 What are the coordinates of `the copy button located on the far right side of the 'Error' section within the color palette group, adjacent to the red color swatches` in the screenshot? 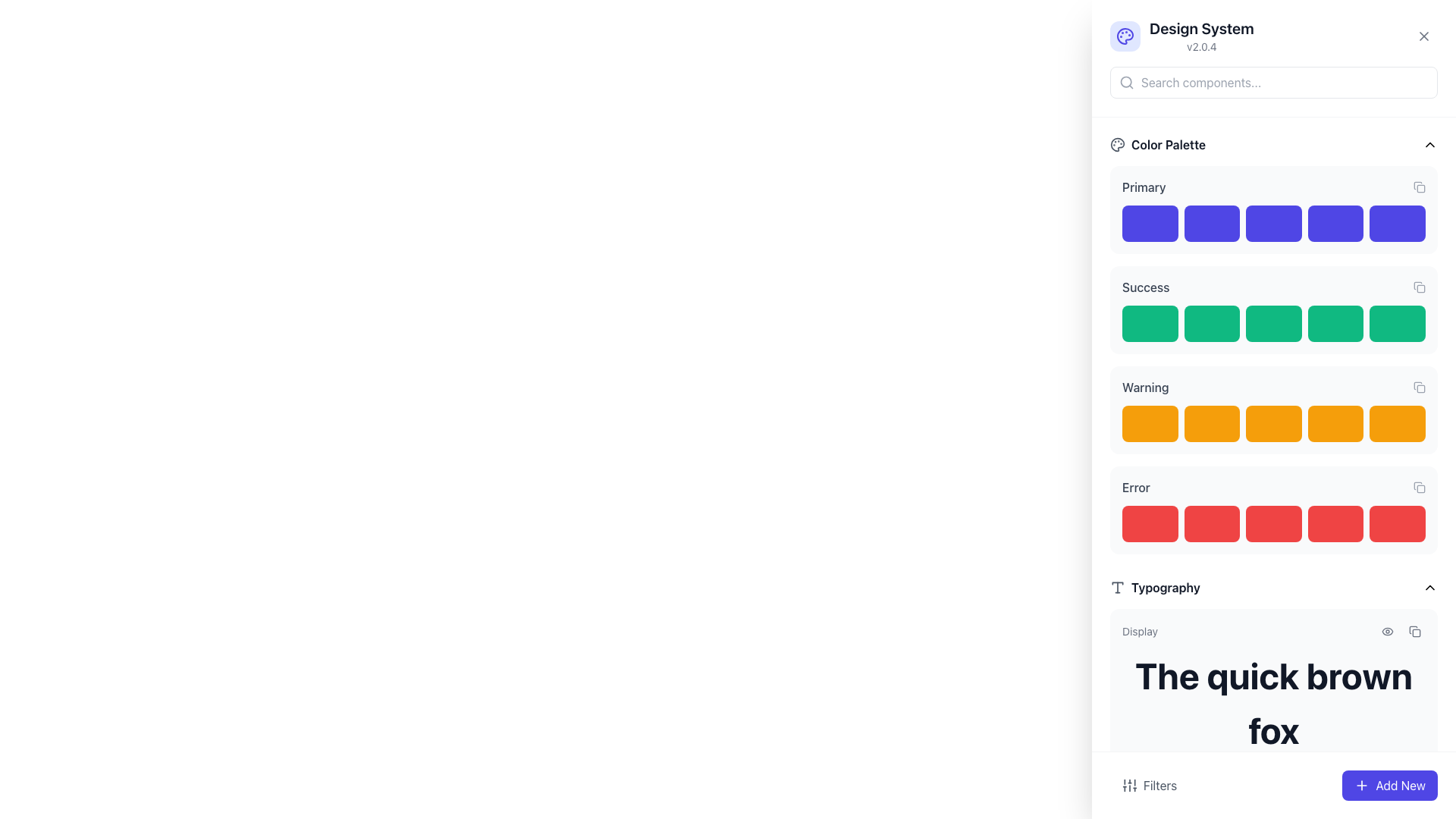 It's located at (1419, 488).